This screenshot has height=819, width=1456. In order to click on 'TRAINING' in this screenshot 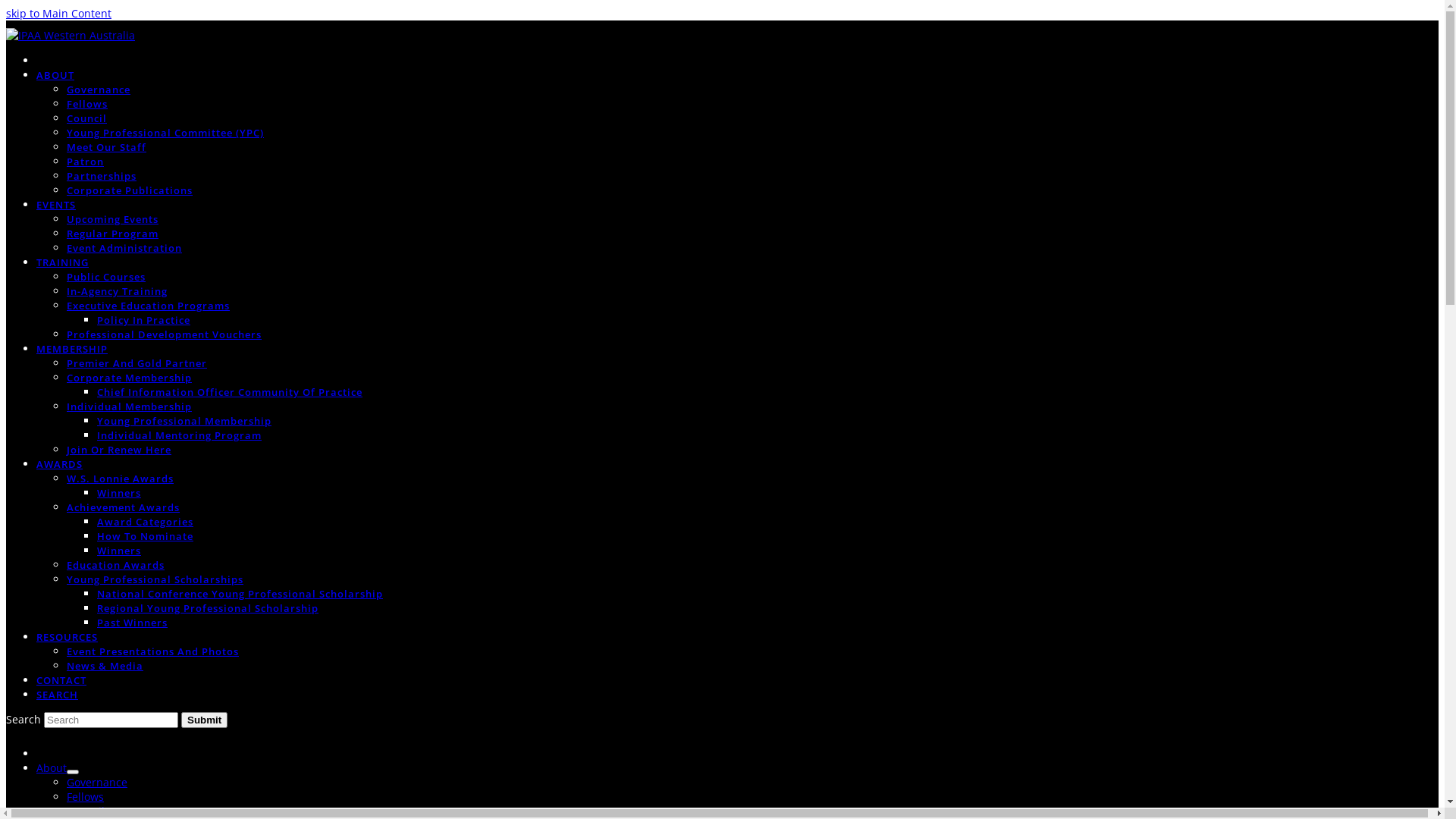, I will do `click(61, 261)`.